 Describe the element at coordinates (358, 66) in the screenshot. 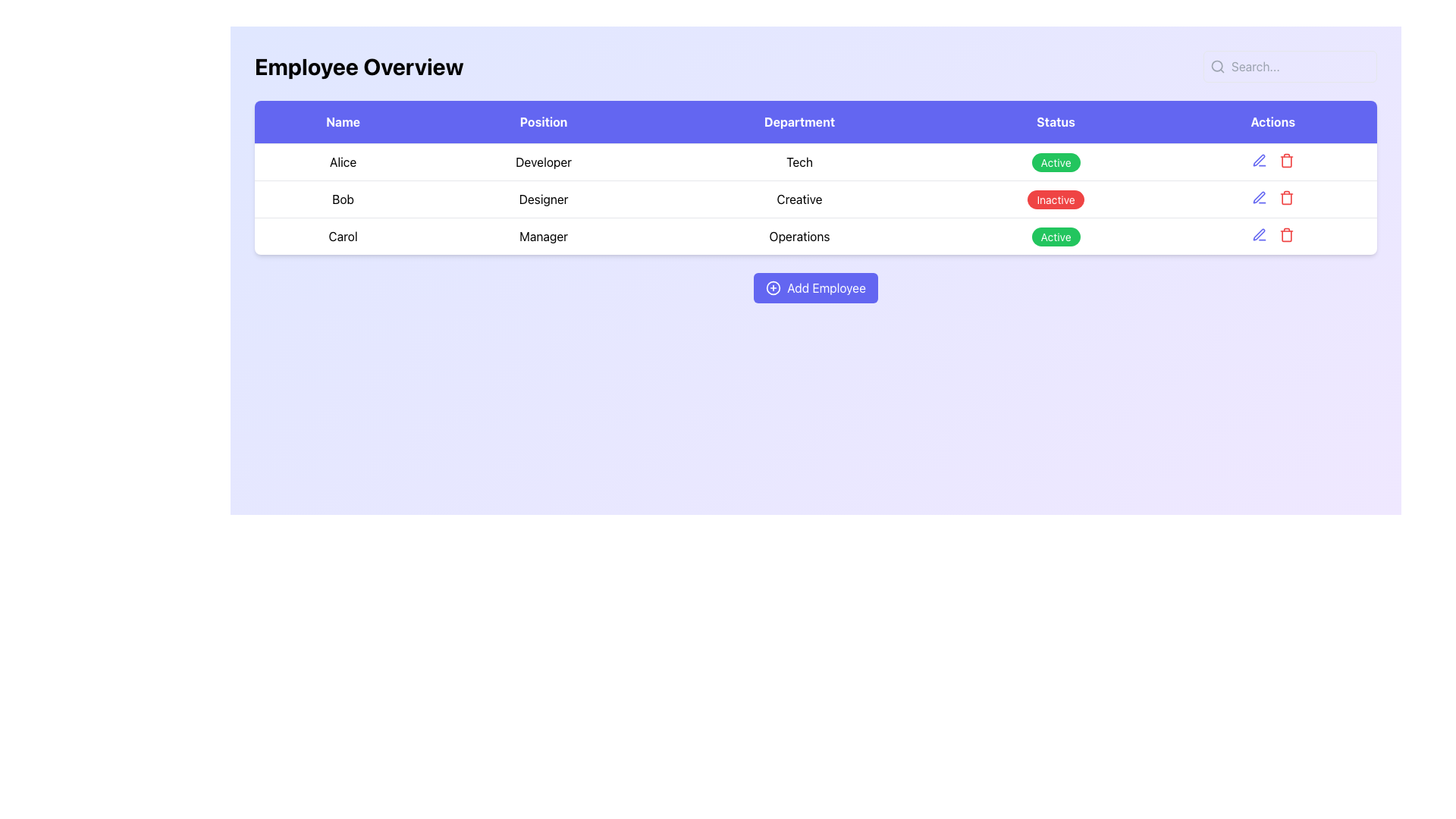

I see `text heading that serves as the title for the section, indicating an overview of employees, located at the top-left of the interface` at that location.